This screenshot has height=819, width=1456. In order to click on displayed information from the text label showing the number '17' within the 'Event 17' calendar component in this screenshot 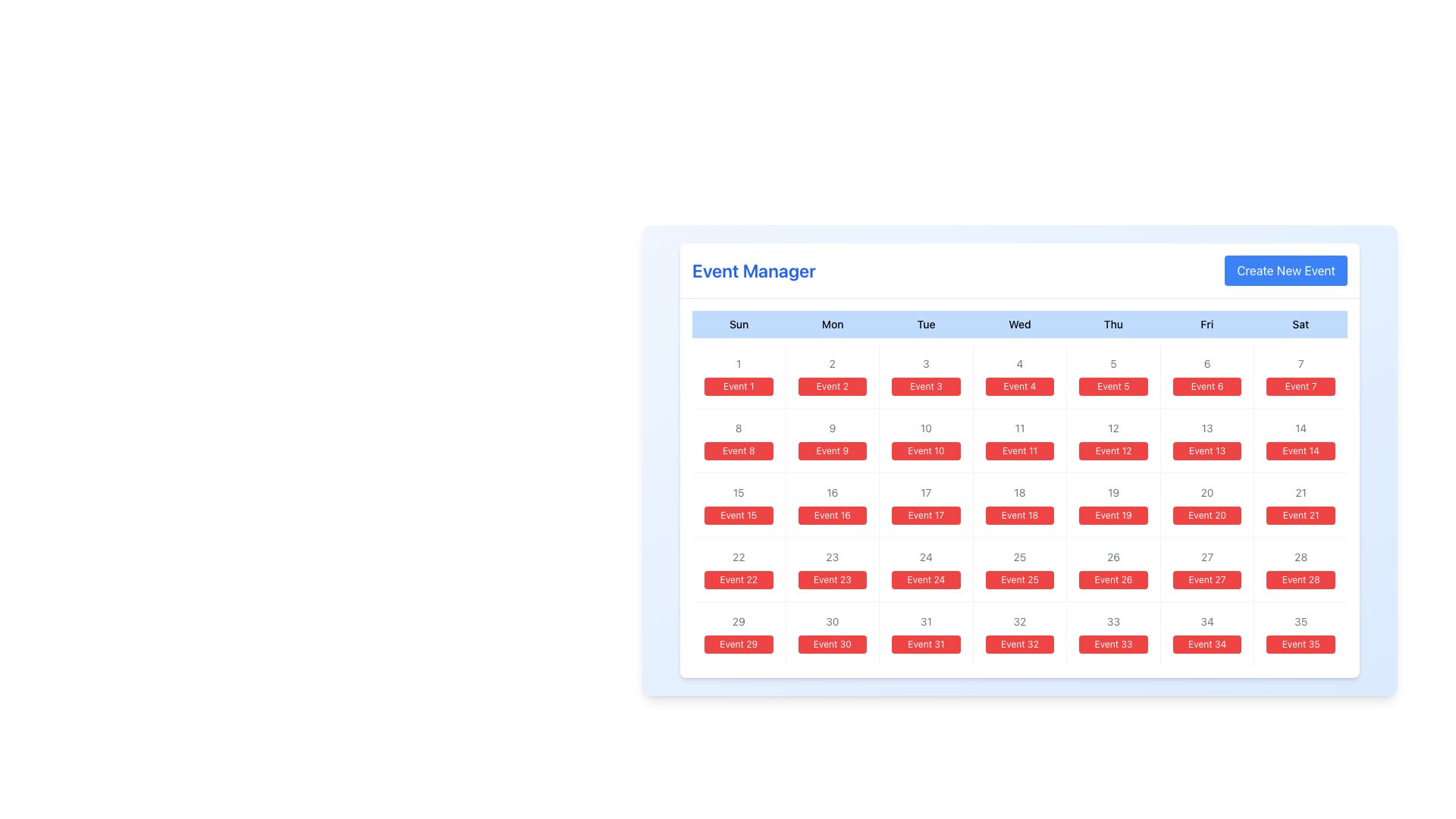, I will do `click(925, 493)`.